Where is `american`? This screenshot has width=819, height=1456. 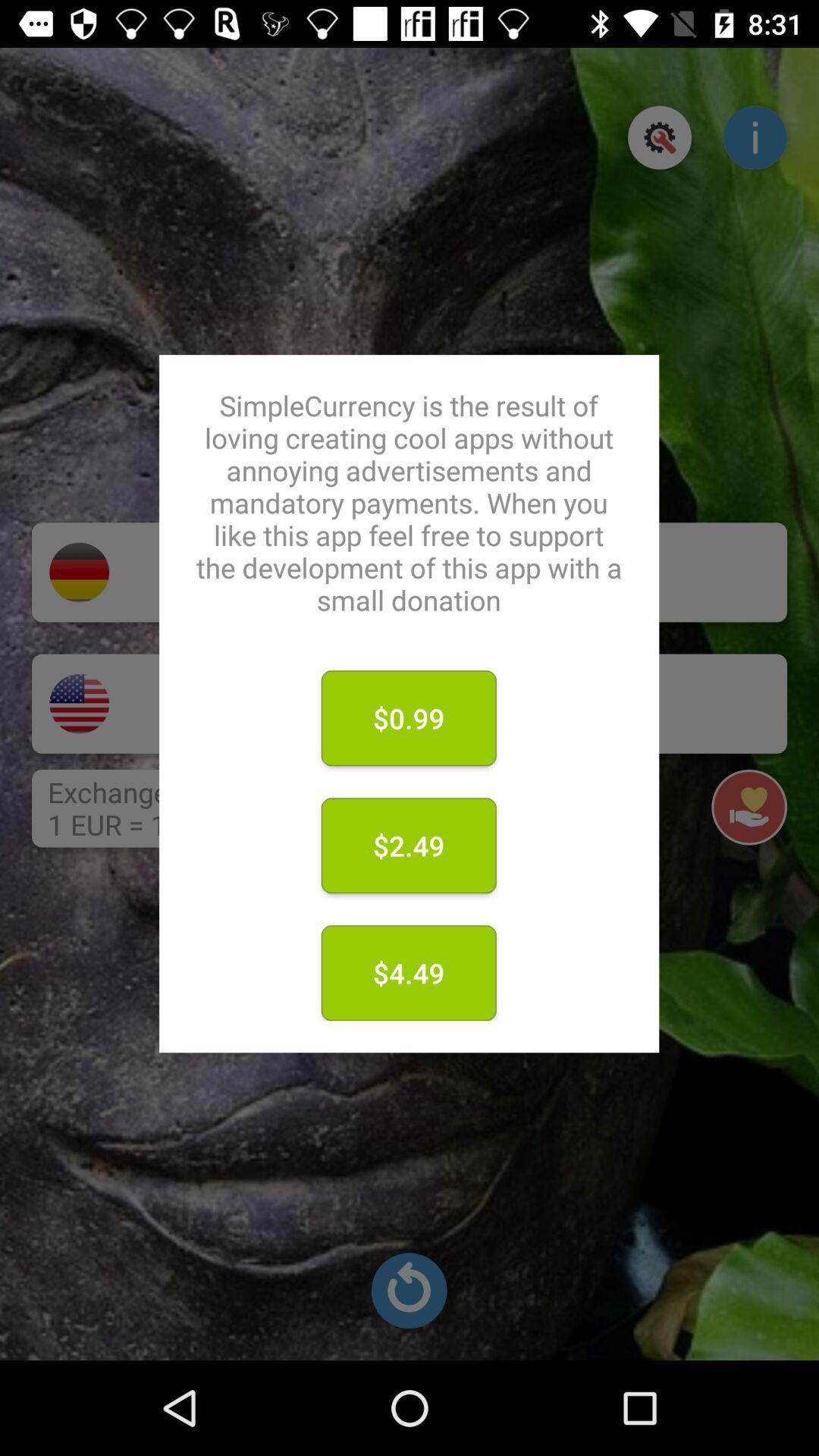 american is located at coordinates (79, 703).